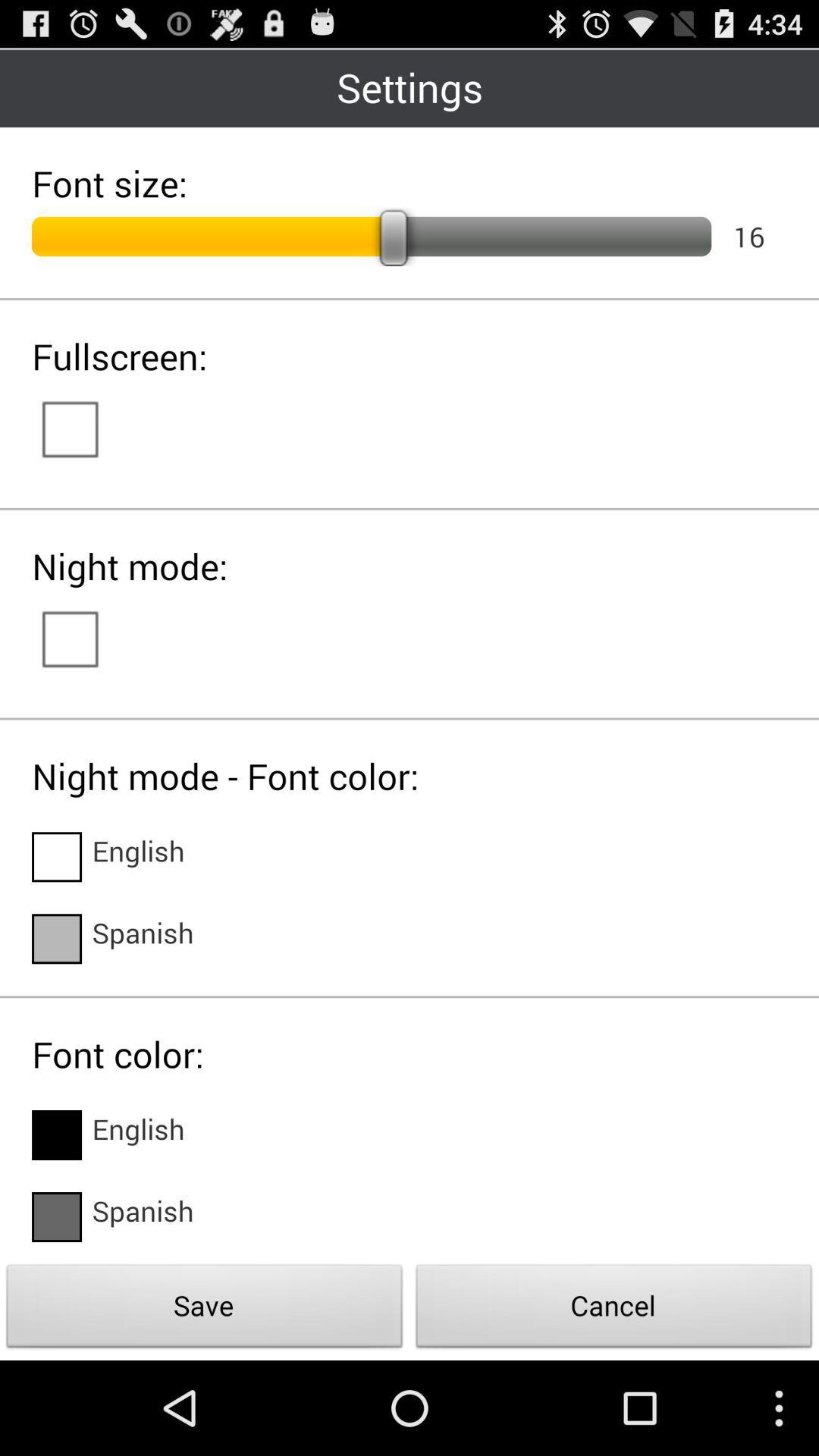 Image resolution: width=819 pixels, height=1456 pixels. Describe the element at coordinates (85, 427) in the screenshot. I see `full screen mode` at that location.